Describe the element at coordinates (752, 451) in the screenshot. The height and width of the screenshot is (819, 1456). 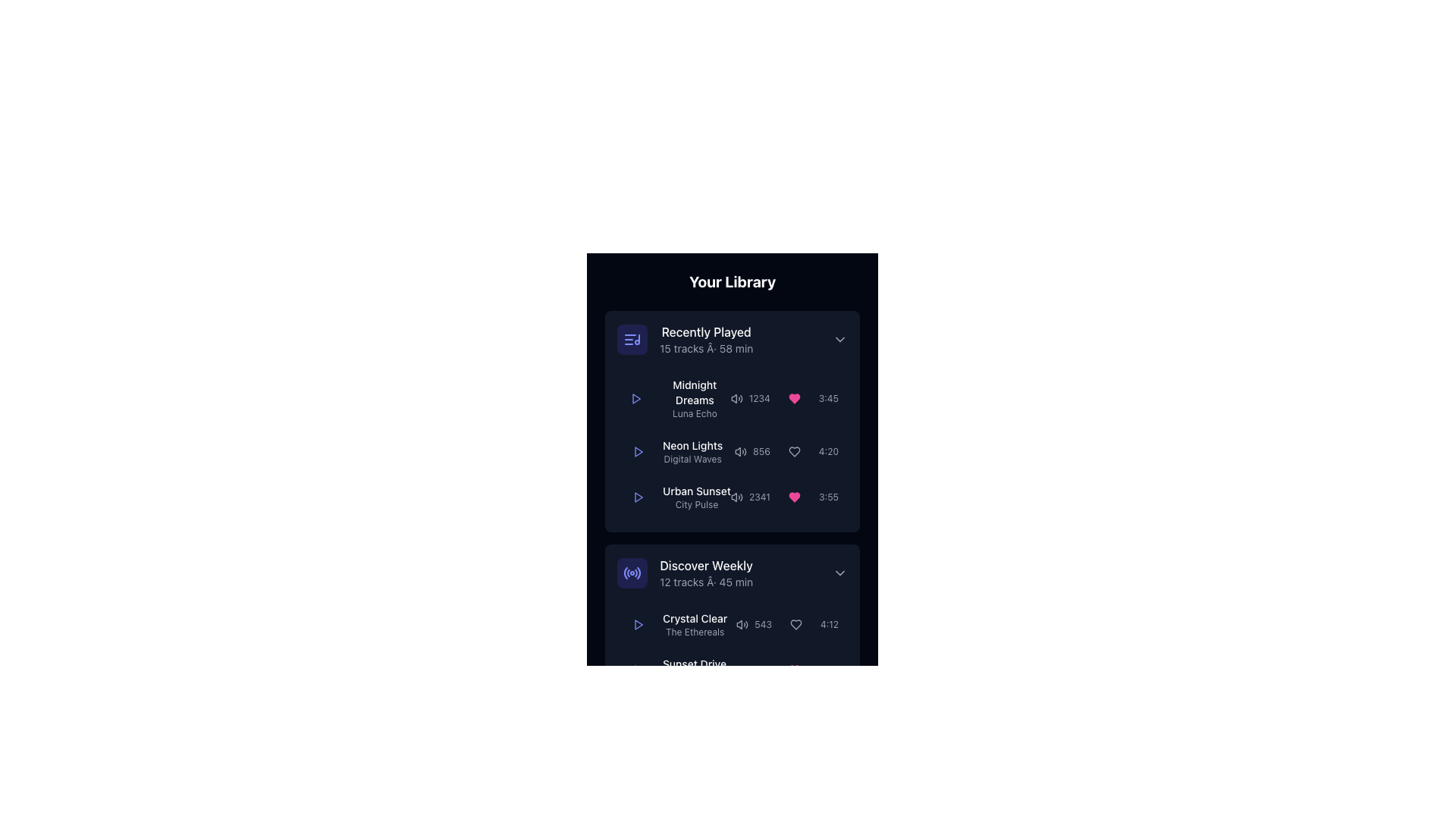
I see `numerical label '856' next to the speaker icon in the 'Recently Played' section for the song 'Neon Lights' by Digital Waves` at that location.